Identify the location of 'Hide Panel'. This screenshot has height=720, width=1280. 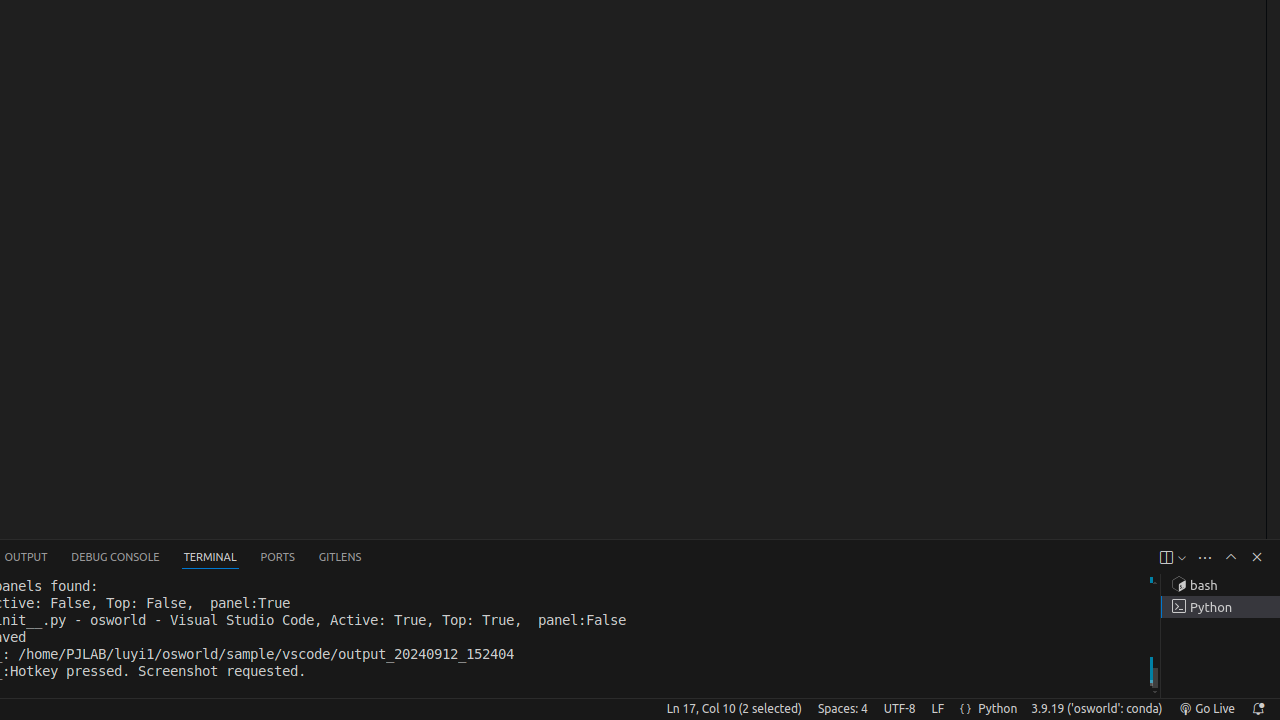
(1255, 556).